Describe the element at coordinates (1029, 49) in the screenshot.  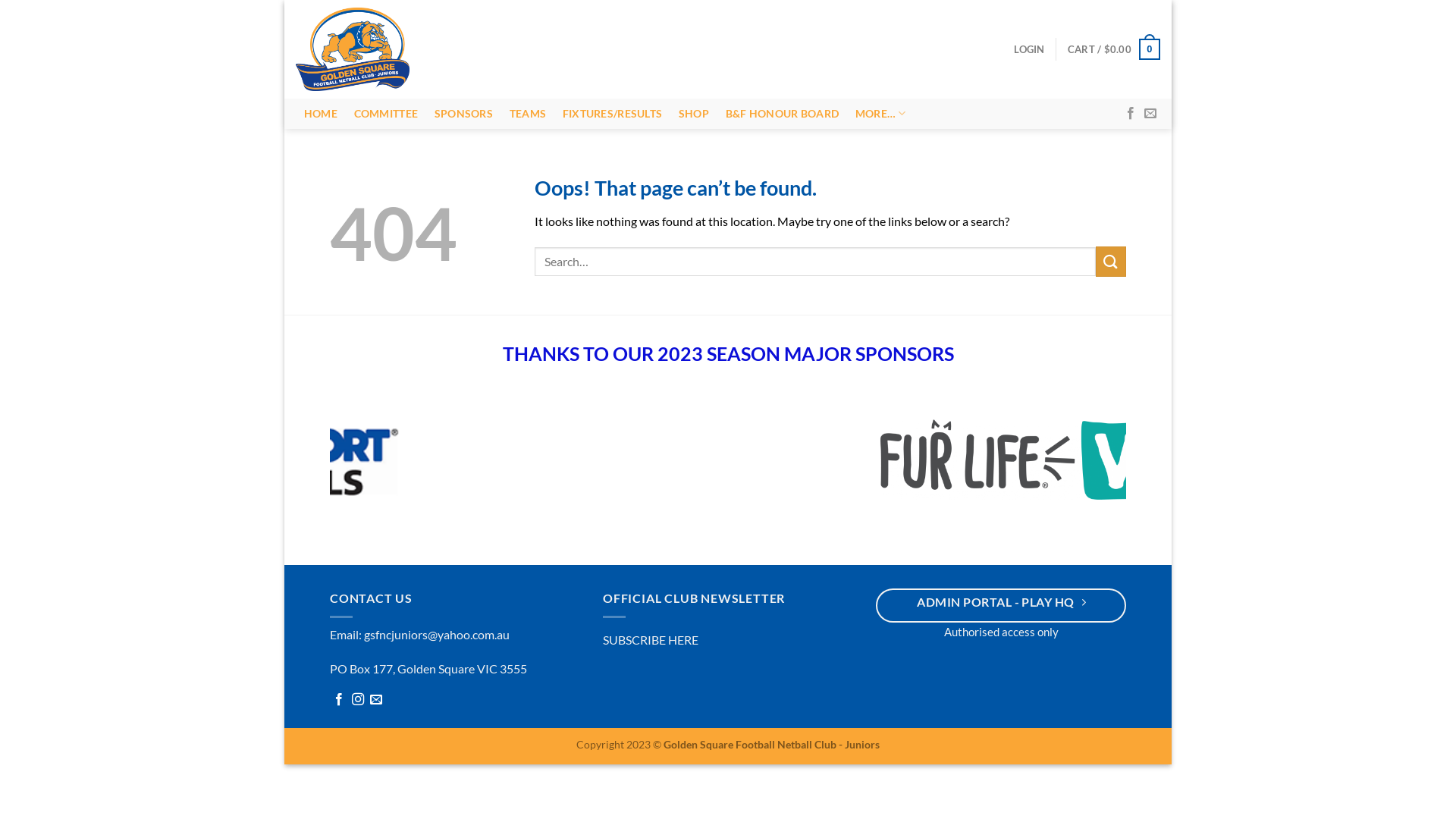
I see `'LOGIN'` at that location.